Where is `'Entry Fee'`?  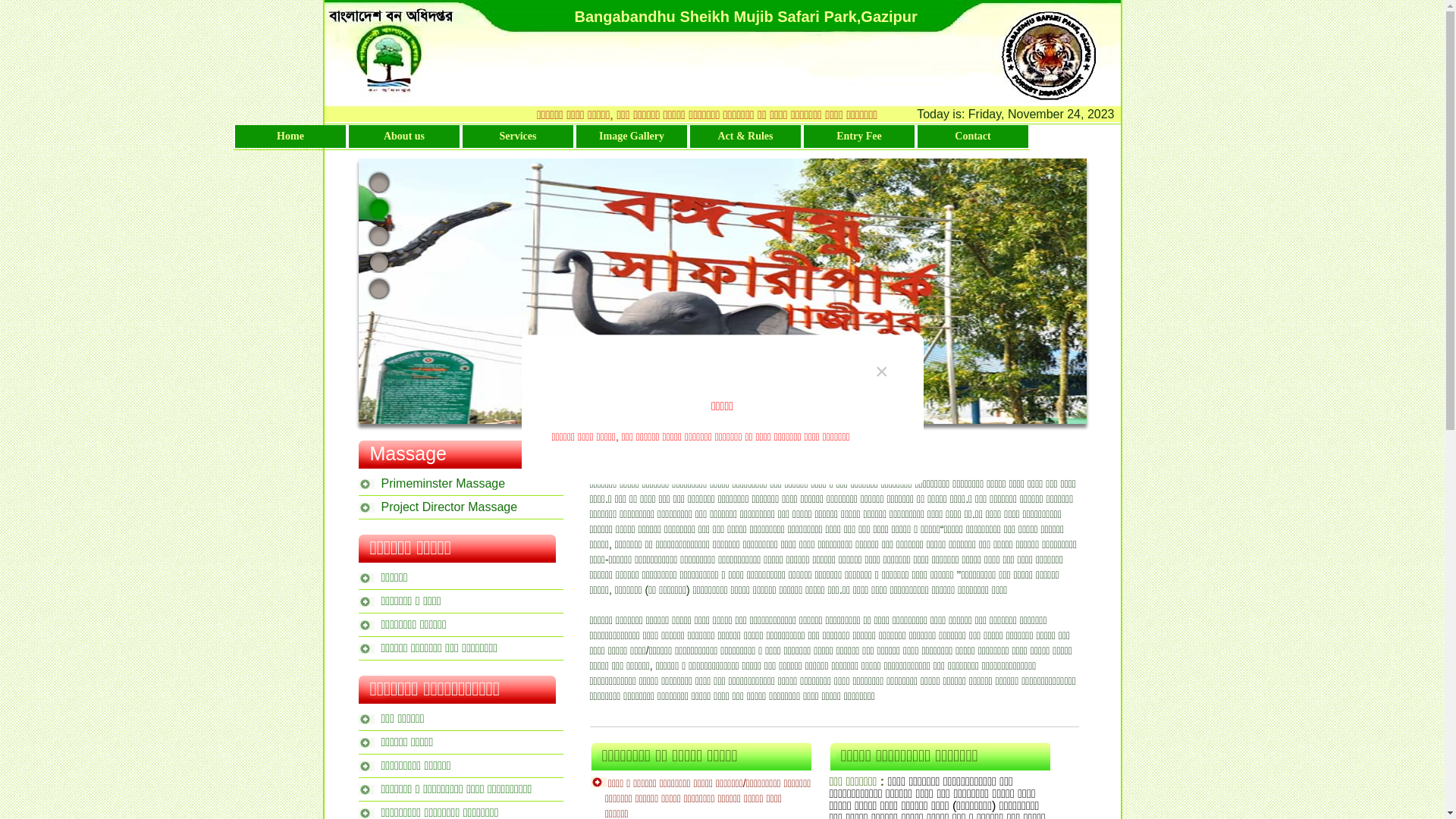
'Entry Fee' is located at coordinates (858, 136).